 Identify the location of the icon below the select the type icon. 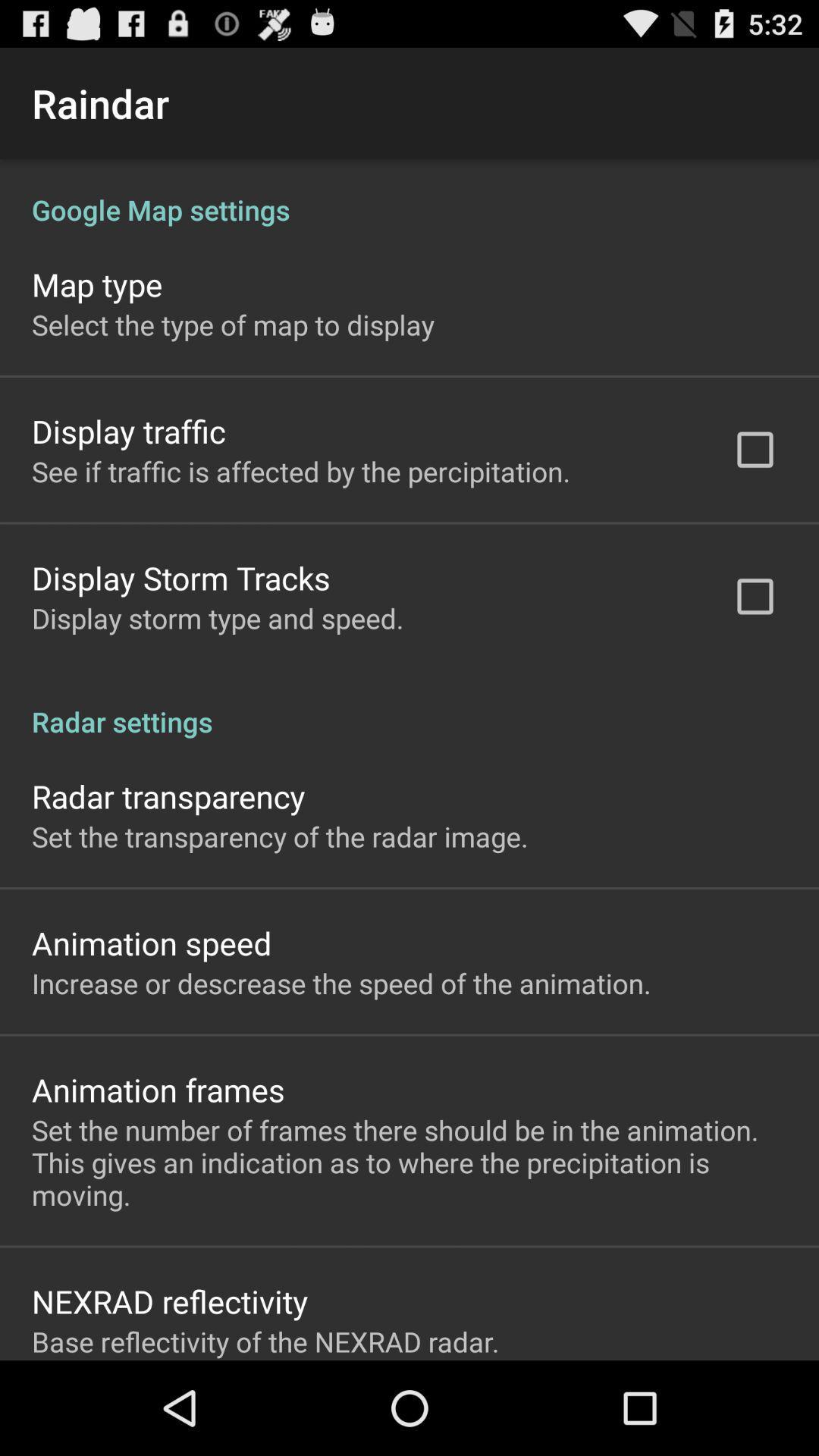
(127, 430).